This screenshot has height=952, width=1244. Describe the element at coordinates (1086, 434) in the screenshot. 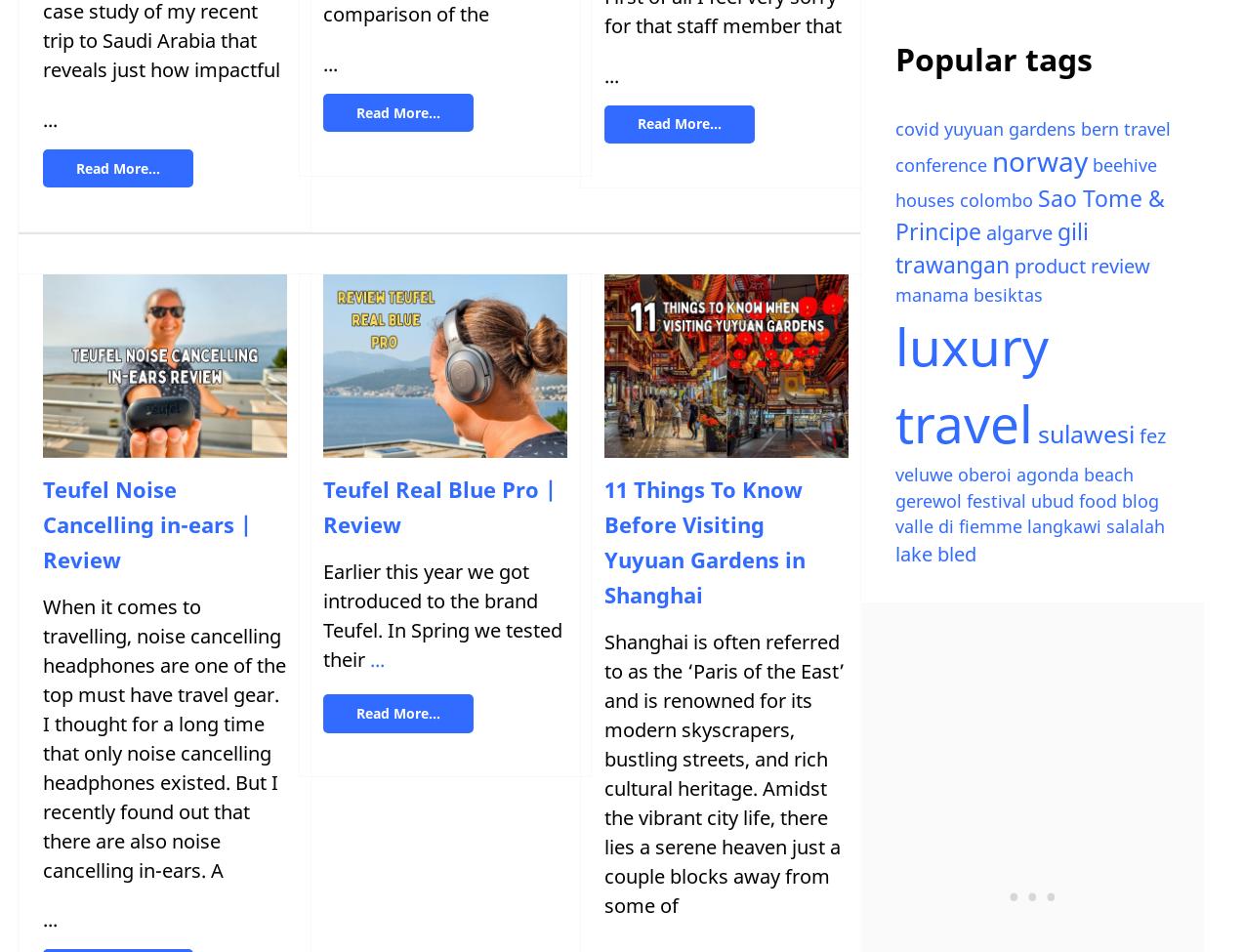

I see `'sulawesi'` at that location.